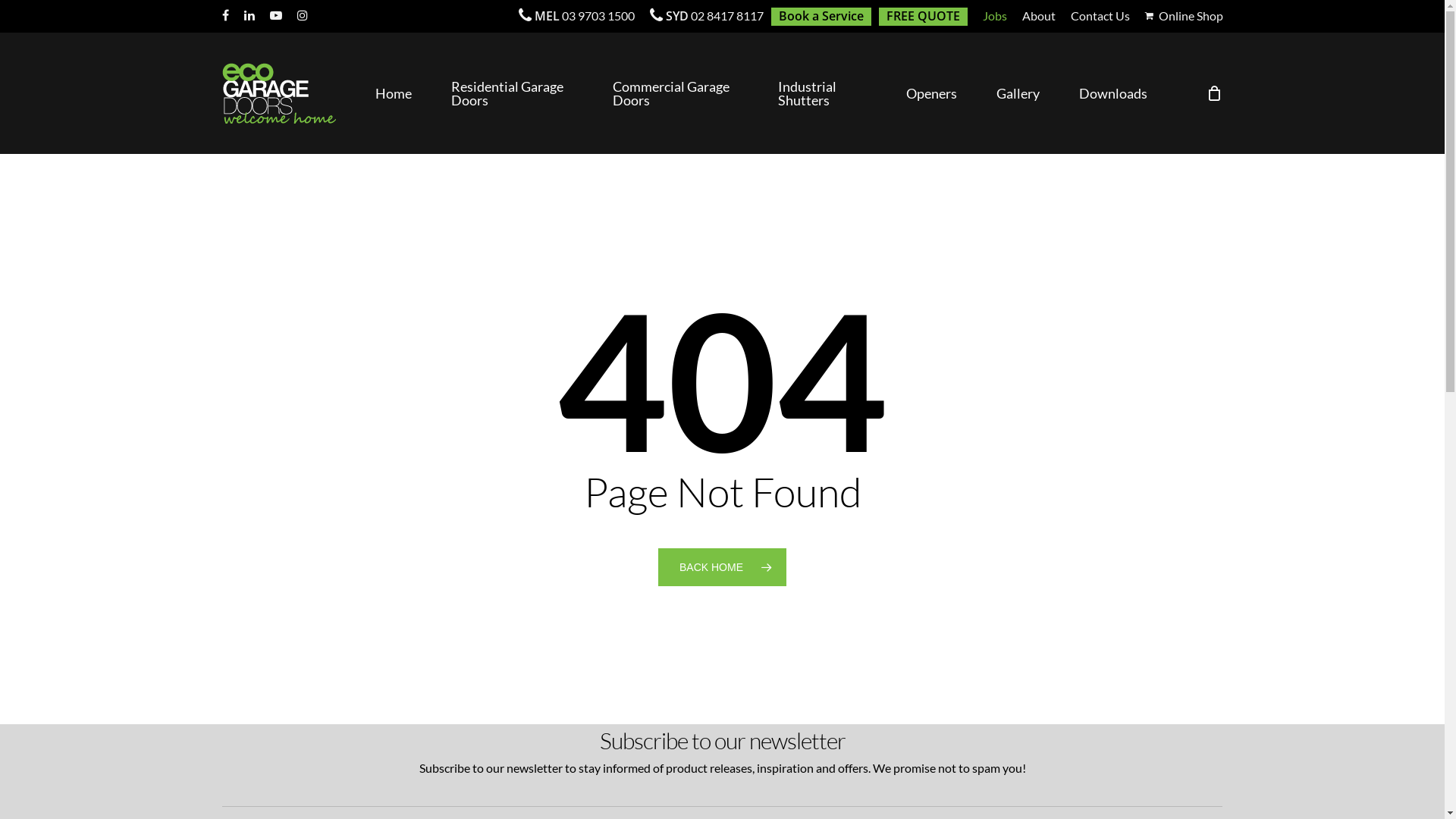  I want to click on 'Industrial Shutters', so click(821, 93).